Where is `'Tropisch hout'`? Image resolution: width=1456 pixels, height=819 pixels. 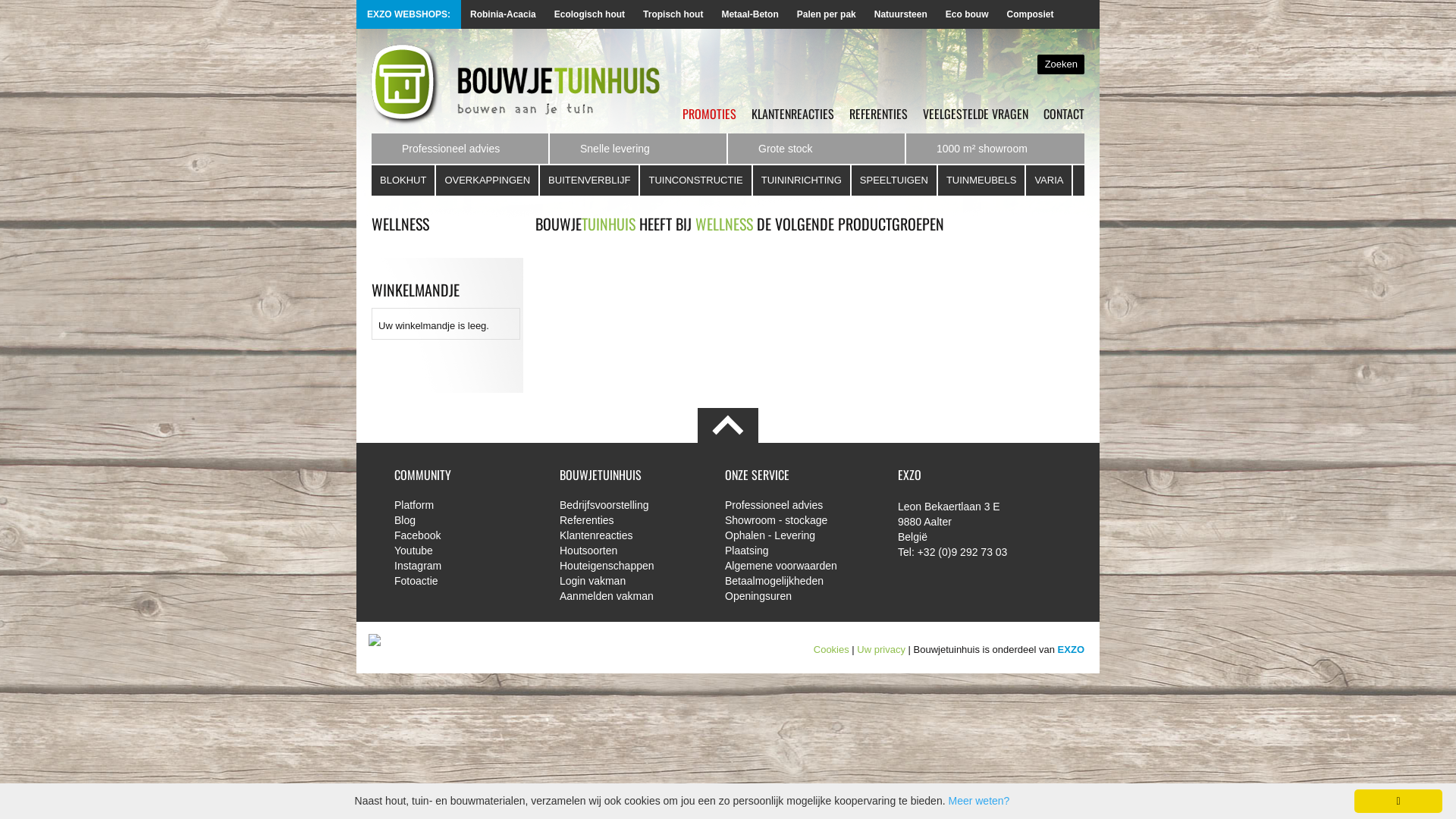
'Tropisch hout' is located at coordinates (672, 14).